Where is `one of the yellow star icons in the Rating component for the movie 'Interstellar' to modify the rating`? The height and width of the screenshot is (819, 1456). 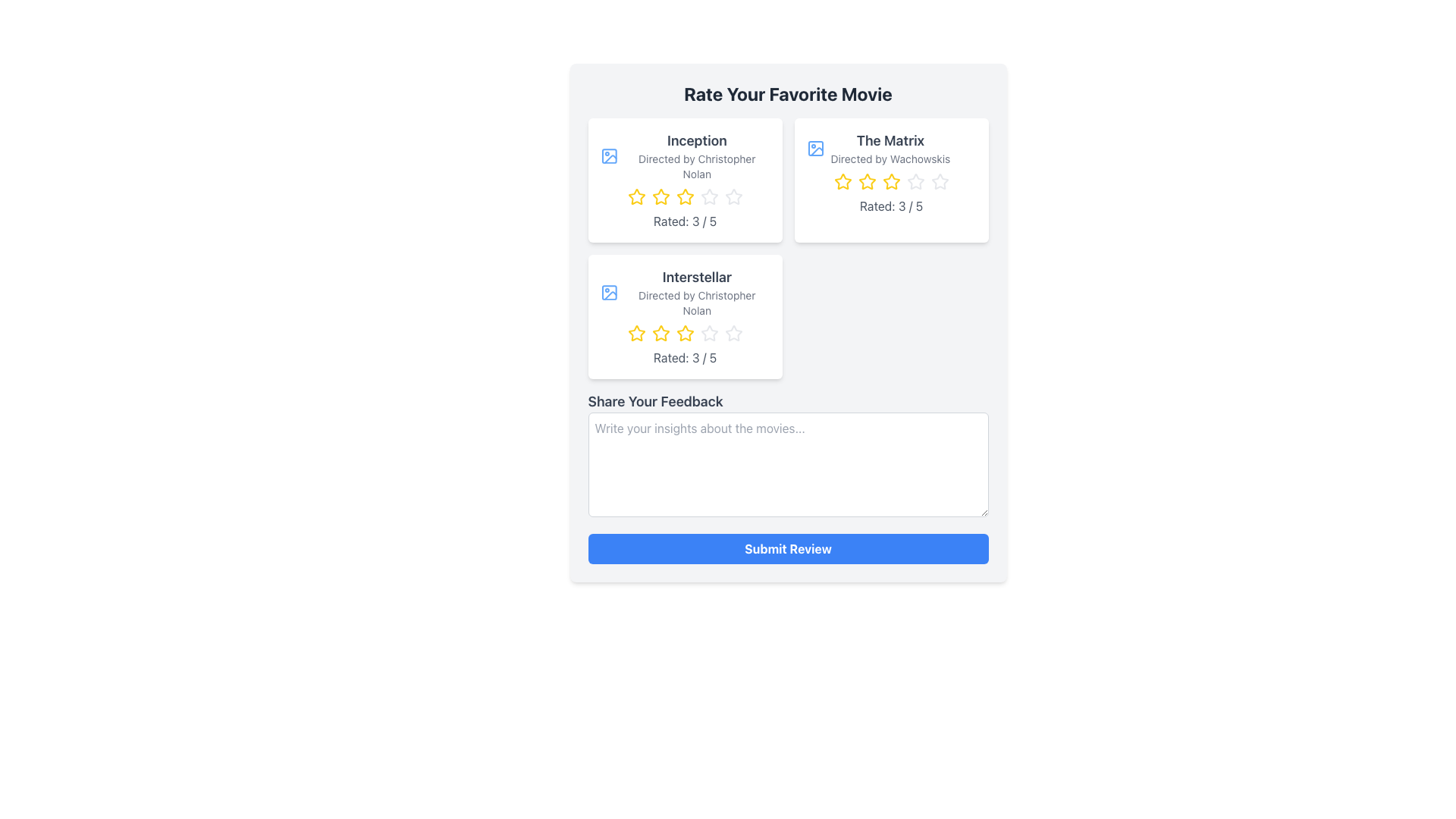 one of the yellow star icons in the Rating component for the movie 'Interstellar' to modify the rating is located at coordinates (684, 332).